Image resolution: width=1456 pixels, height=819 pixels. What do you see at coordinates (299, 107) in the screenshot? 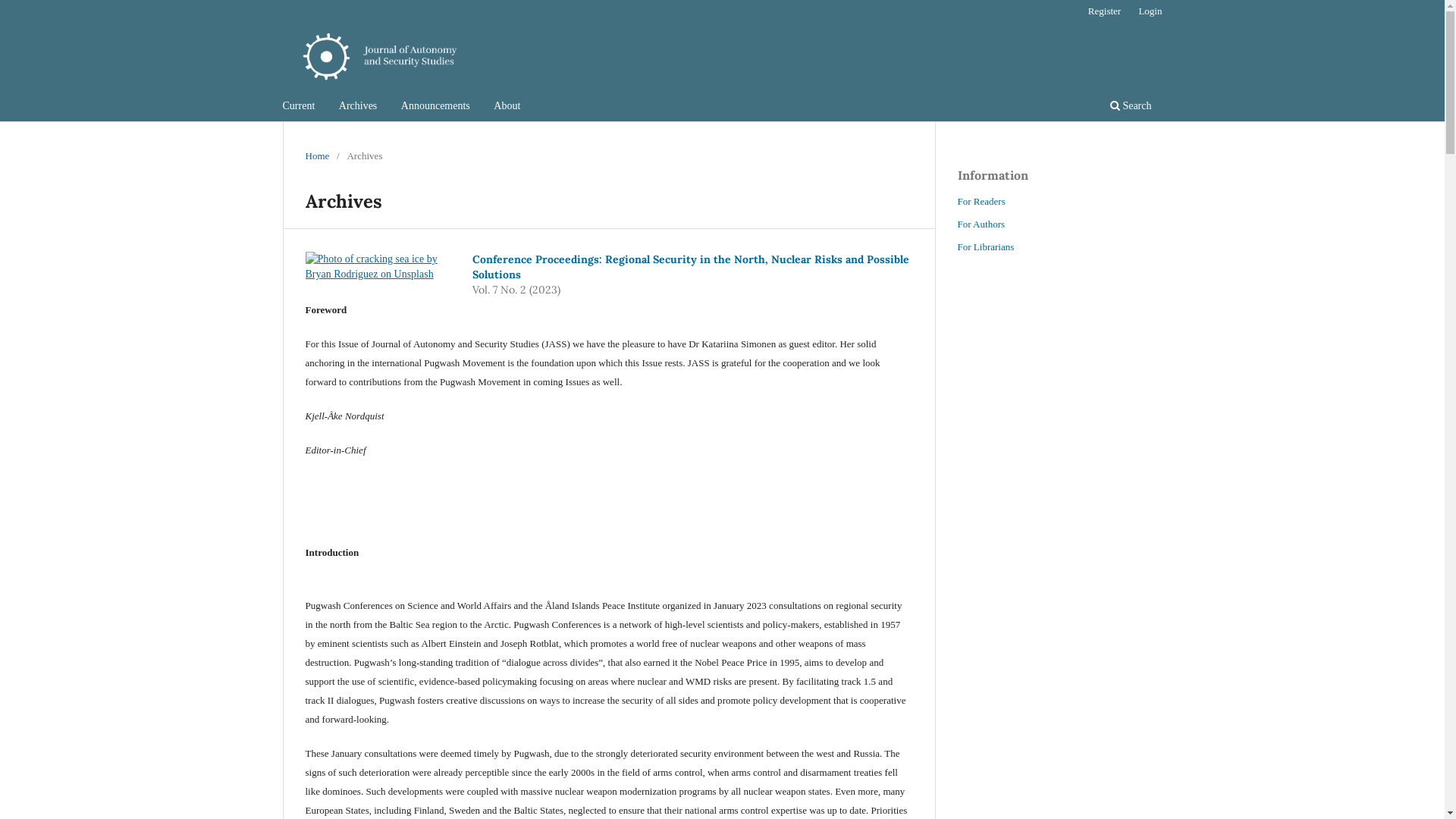
I see `'Current'` at bounding box center [299, 107].